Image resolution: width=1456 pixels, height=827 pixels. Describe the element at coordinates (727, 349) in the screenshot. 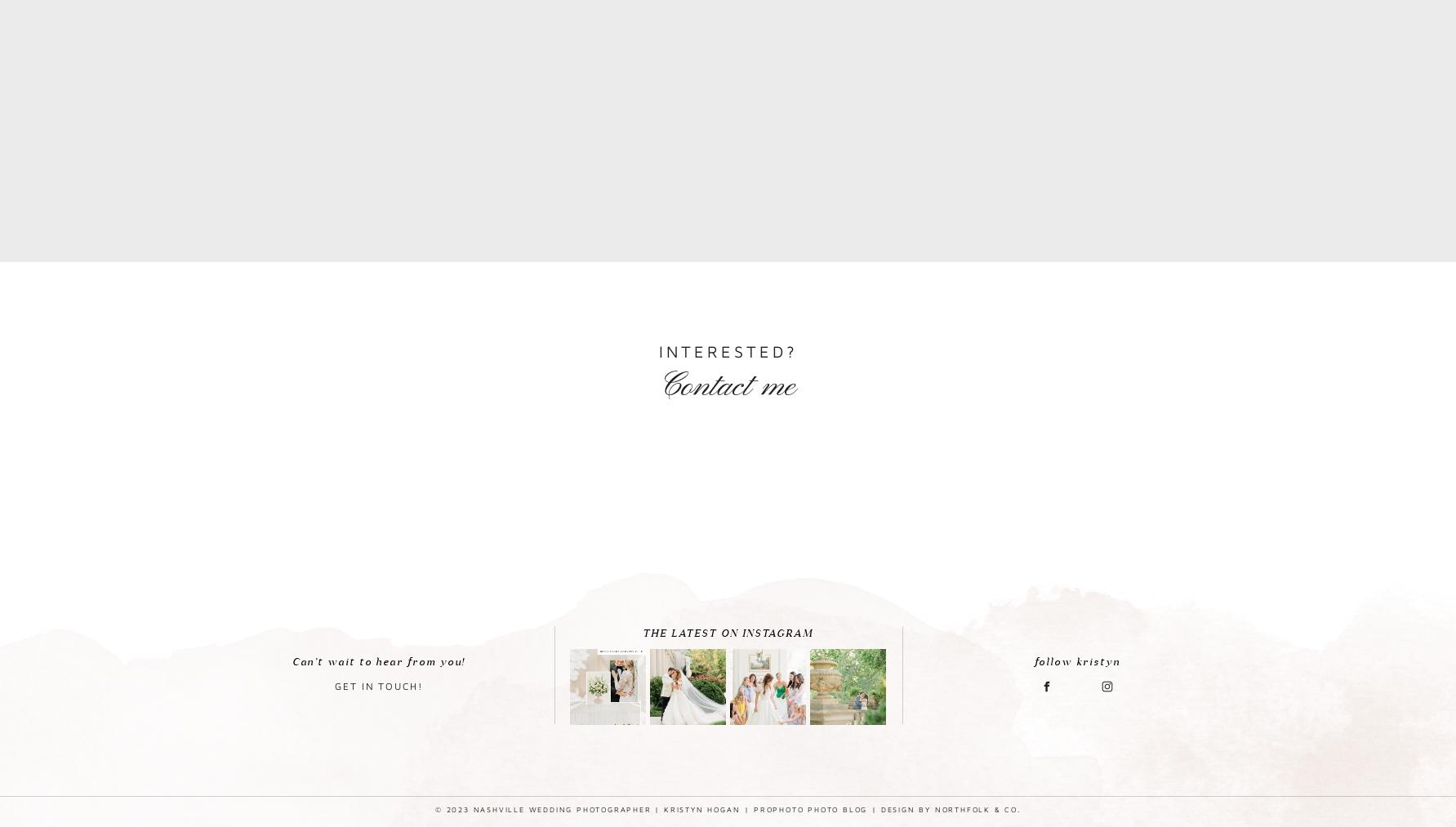

I see `'Interested?'` at that location.